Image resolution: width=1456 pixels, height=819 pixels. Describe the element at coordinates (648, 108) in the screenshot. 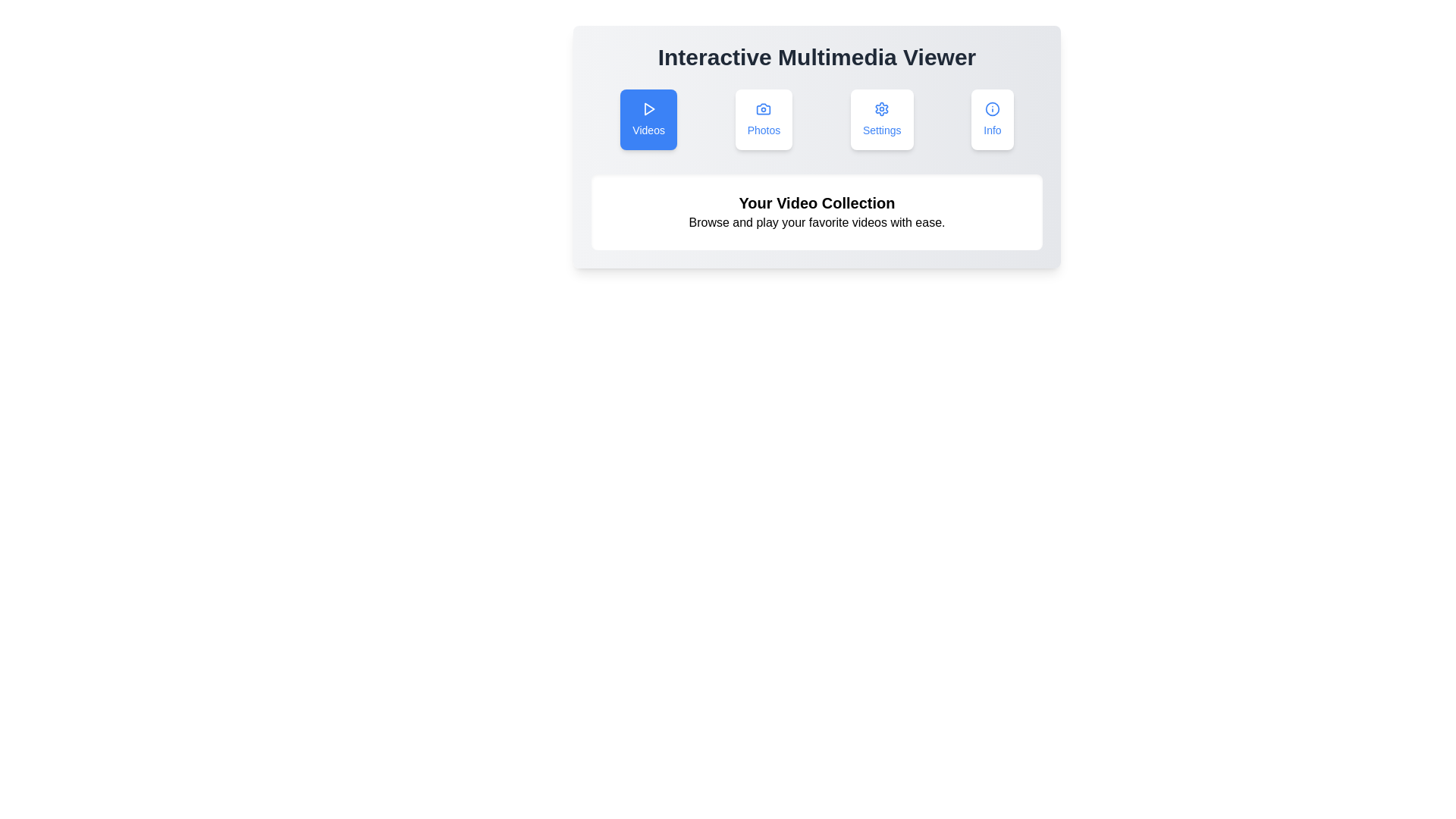

I see `the play icon located in the top-left corner of the options row, which is used to initiate playback of media content` at that location.